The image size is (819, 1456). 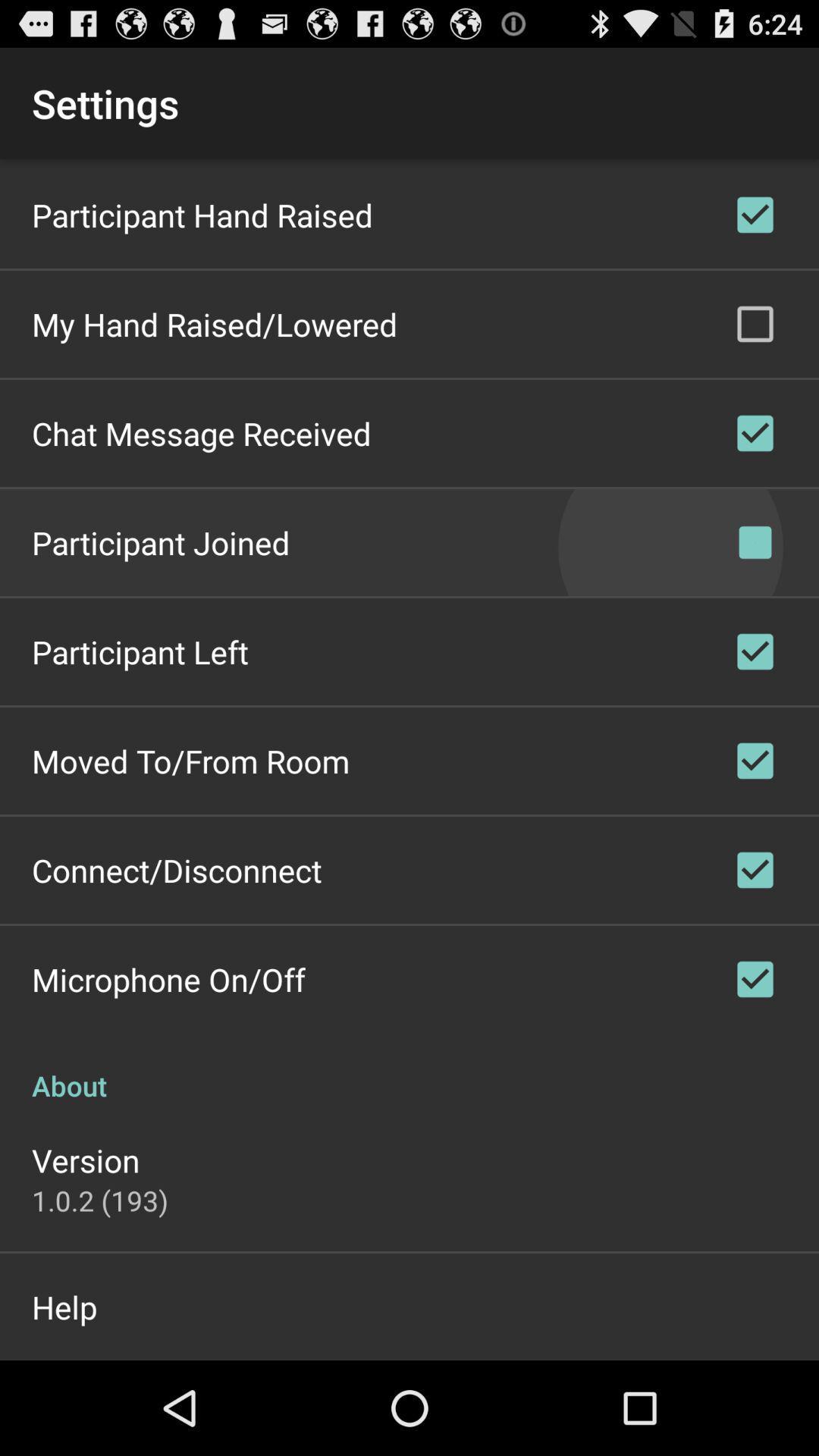 What do you see at coordinates (409, 1068) in the screenshot?
I see `the item above the version item` at bounding box center [409, 1068].